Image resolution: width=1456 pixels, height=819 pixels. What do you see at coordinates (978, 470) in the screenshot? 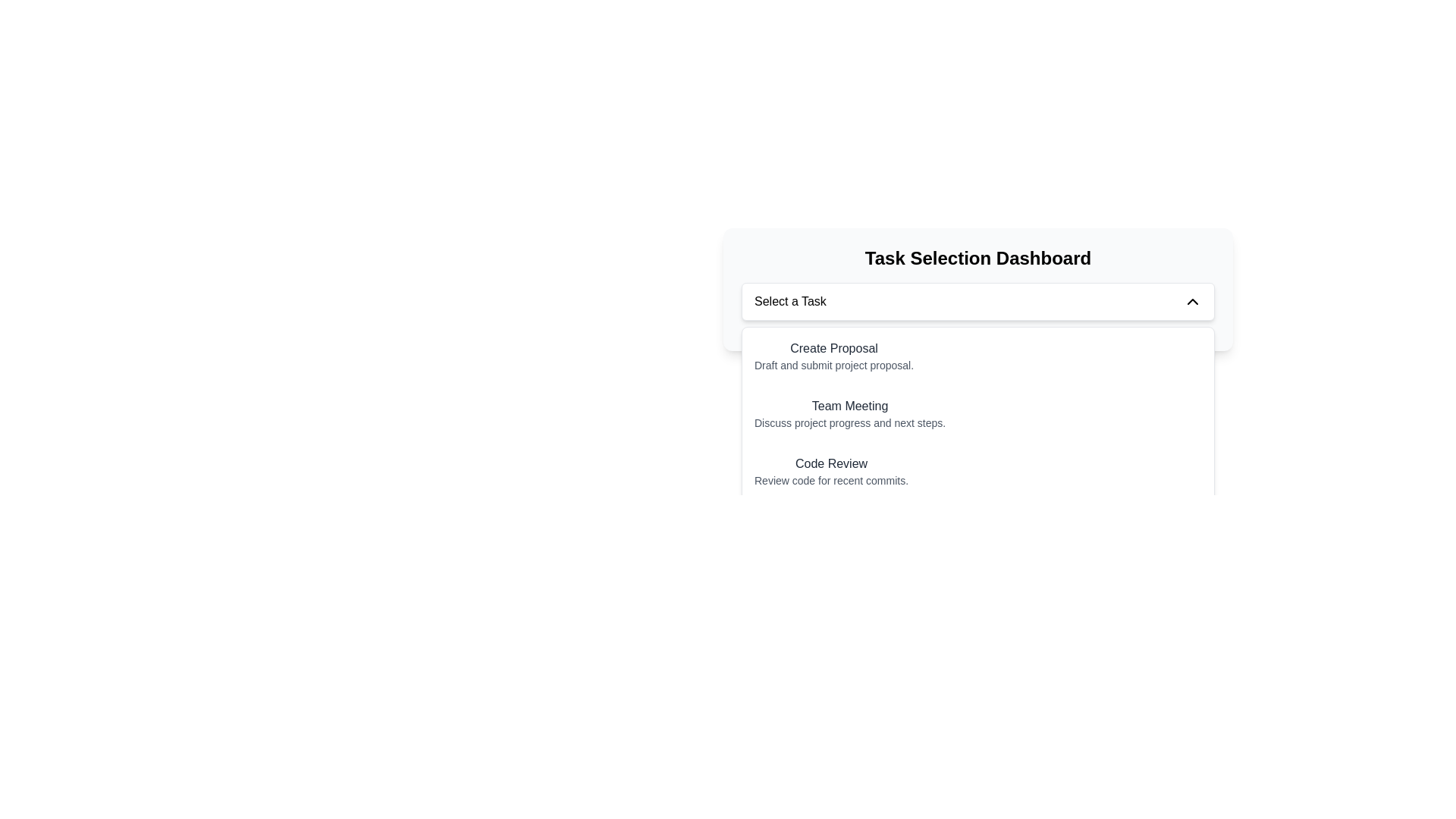
I see `to select the third item in the vertical menu of the 'Task Selection Dashboard', which represents a selectable option for reviewing code tasks` at bounding box center [978, 470].